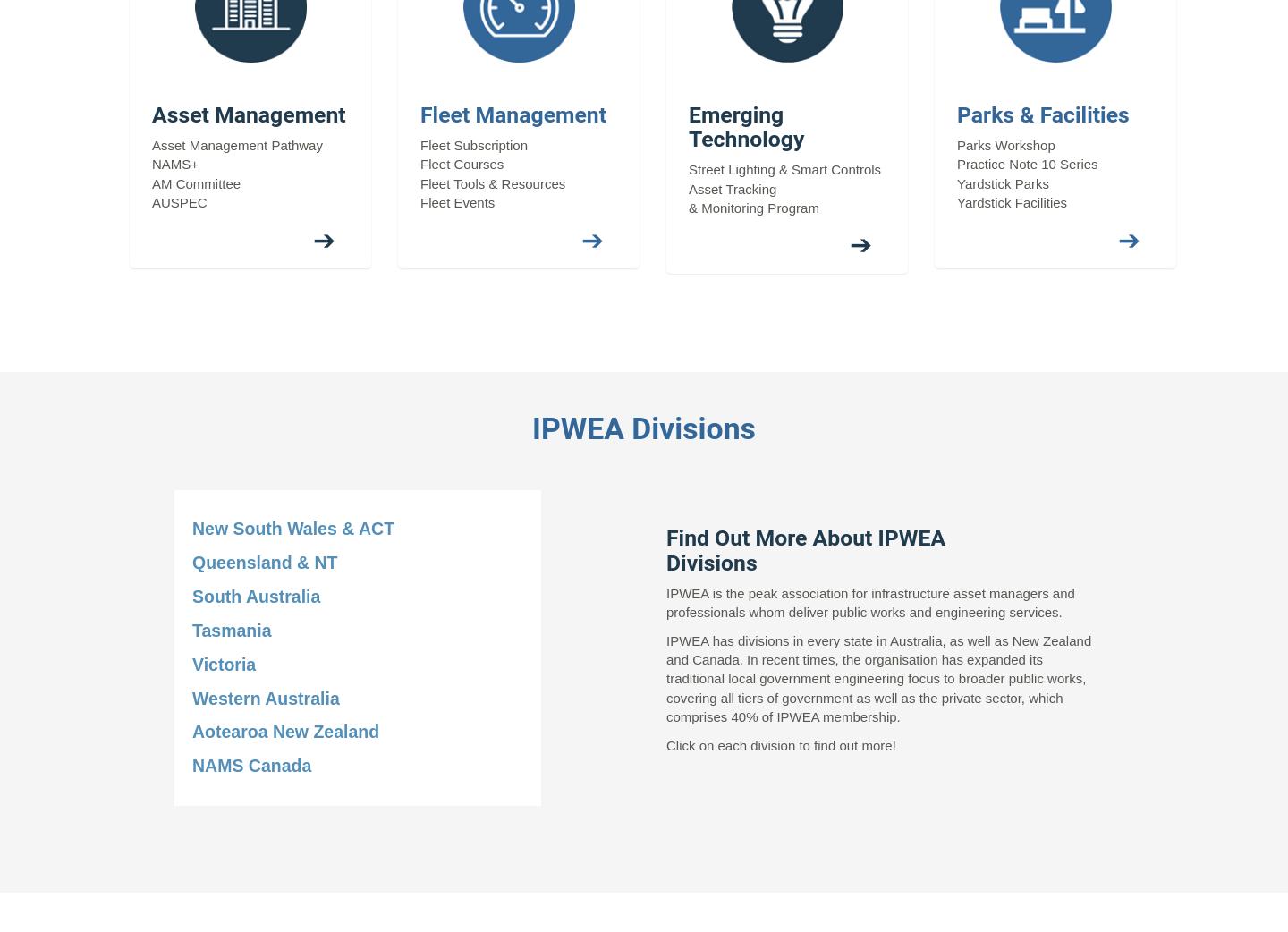 The width and height of the screenshot is (1288, 932). Describe the element at coordinates (456, 201) in the screenshot. I see `'Fleet Events'` at that location.